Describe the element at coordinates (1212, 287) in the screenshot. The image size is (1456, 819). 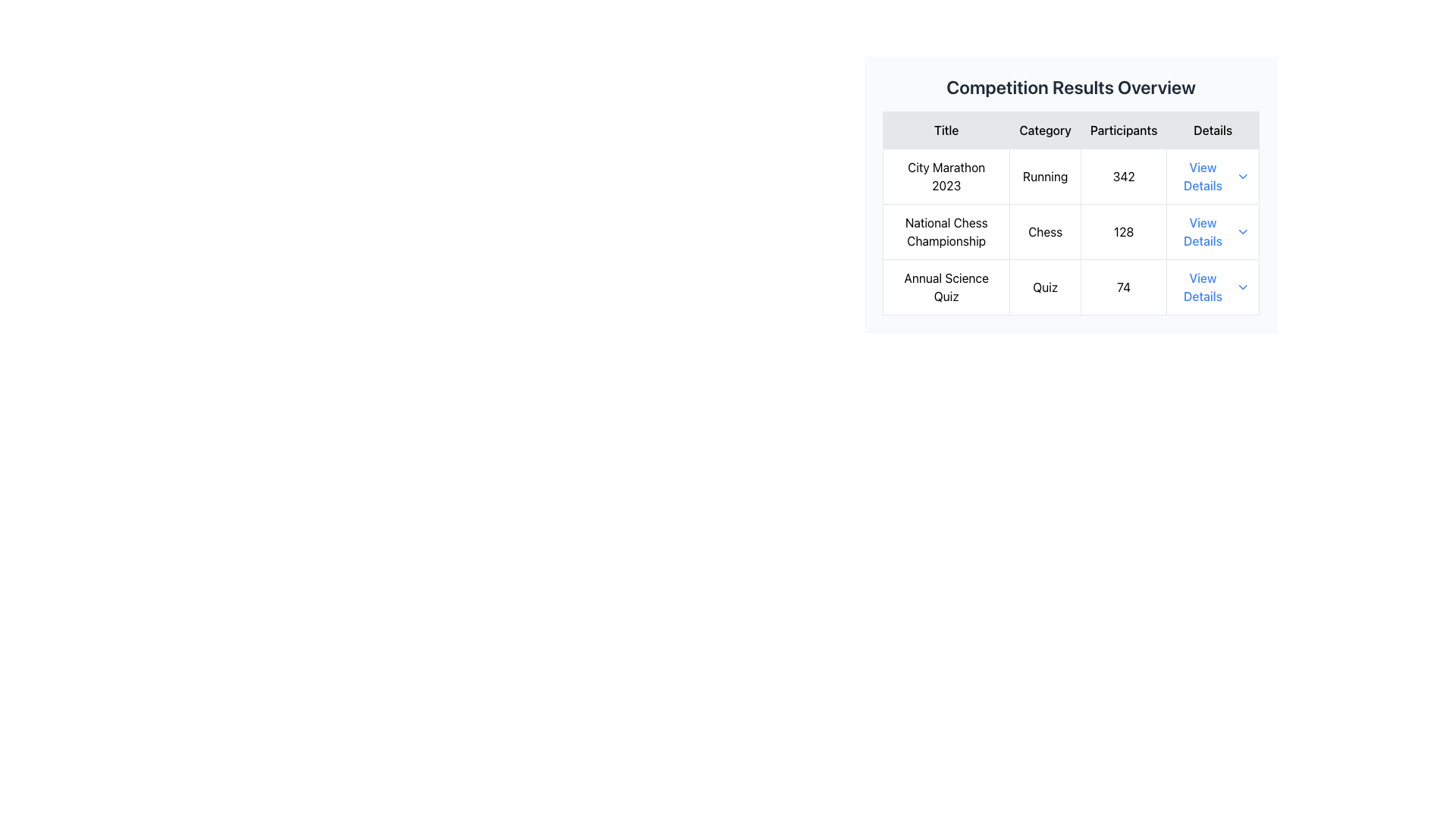
I see `the third 'View Details' button` at that location.